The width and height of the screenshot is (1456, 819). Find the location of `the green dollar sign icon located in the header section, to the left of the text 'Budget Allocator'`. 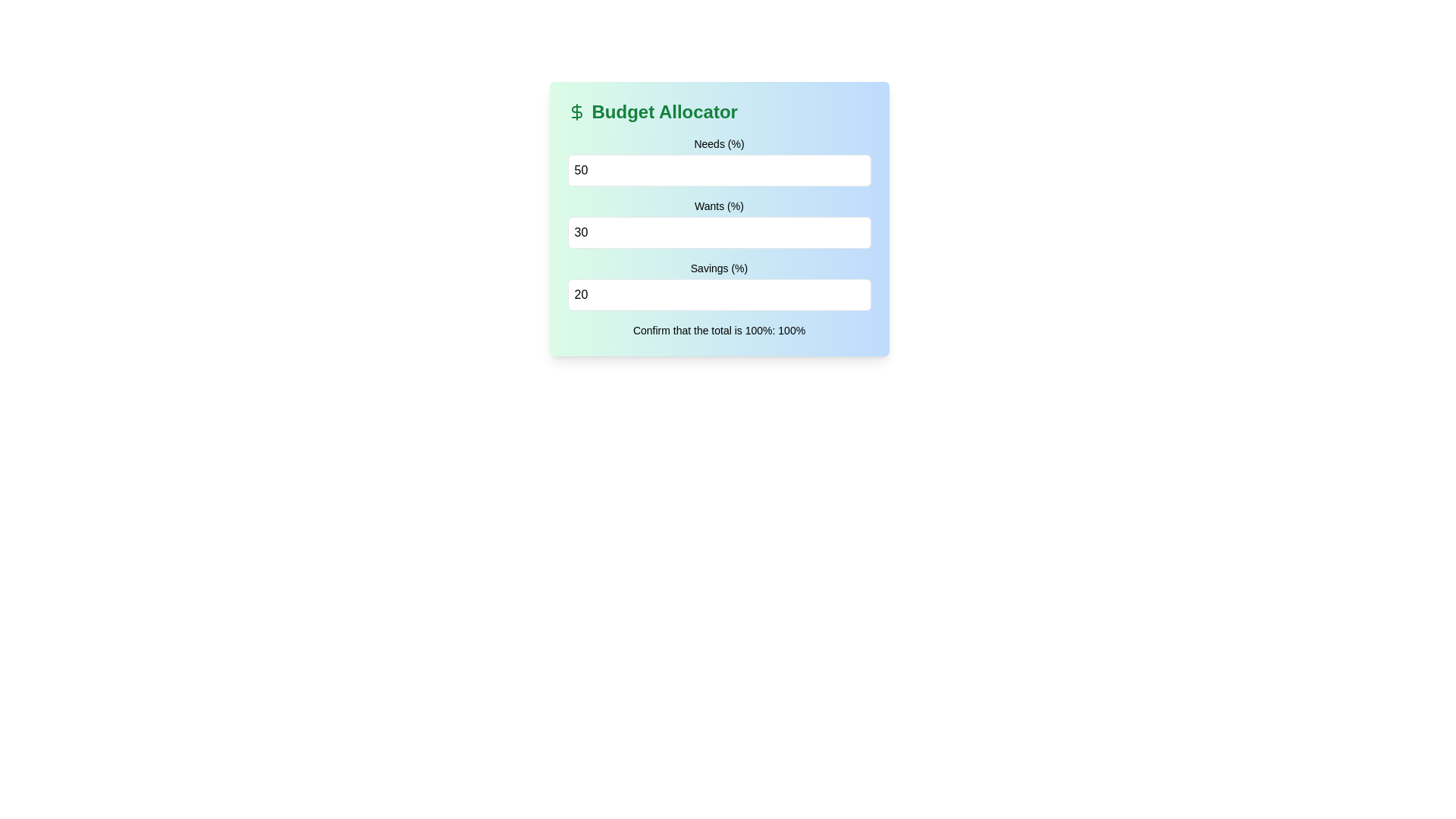

the green dollar sign icon located in the header section, to the left of the text 'Budget Allocator' is located at coordinates (576, 111).